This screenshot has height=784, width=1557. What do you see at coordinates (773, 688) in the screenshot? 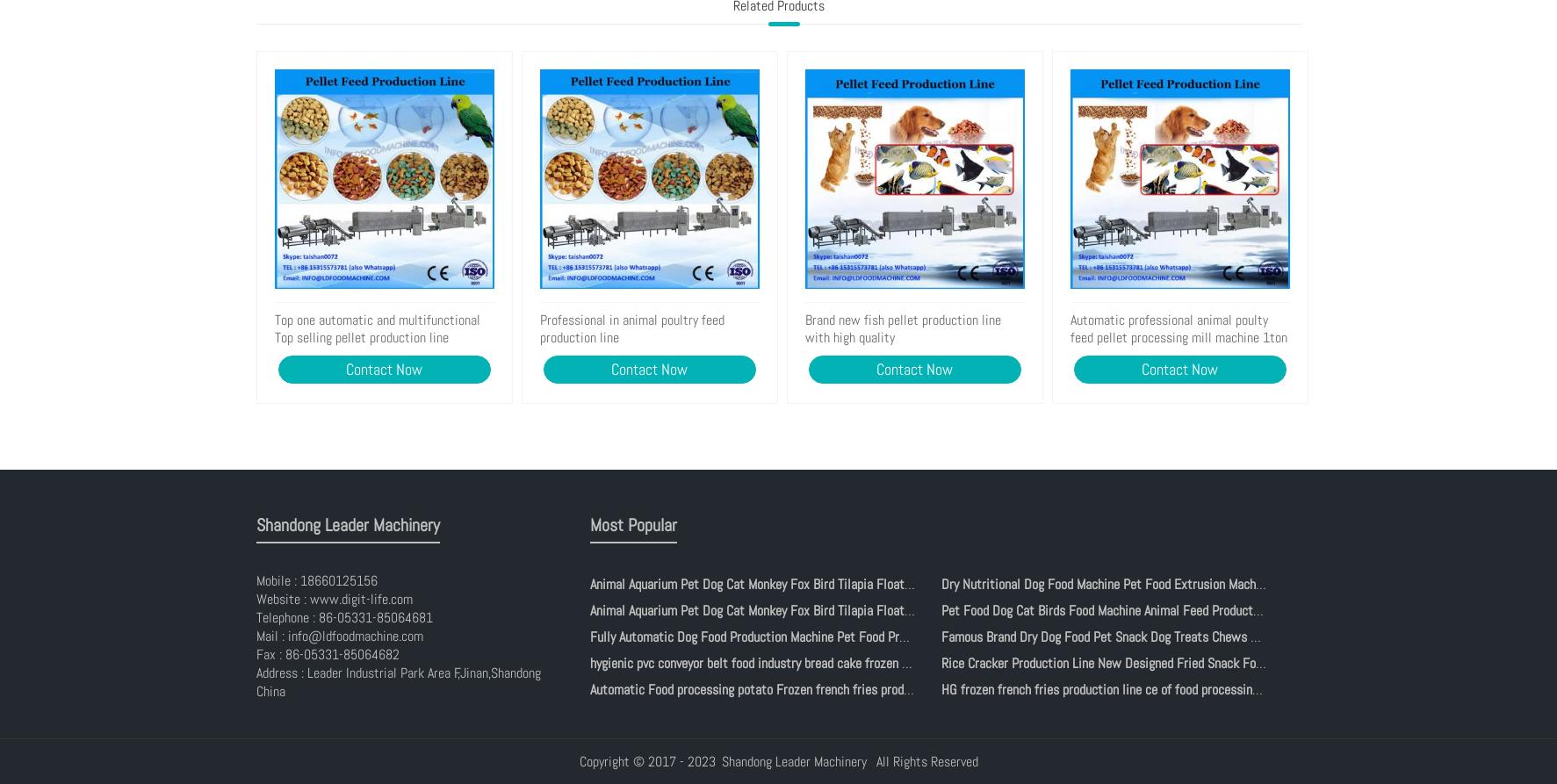
I see `'Automatic Food processing potato Frozen french fries production line'` at bounding box center [773, 688].